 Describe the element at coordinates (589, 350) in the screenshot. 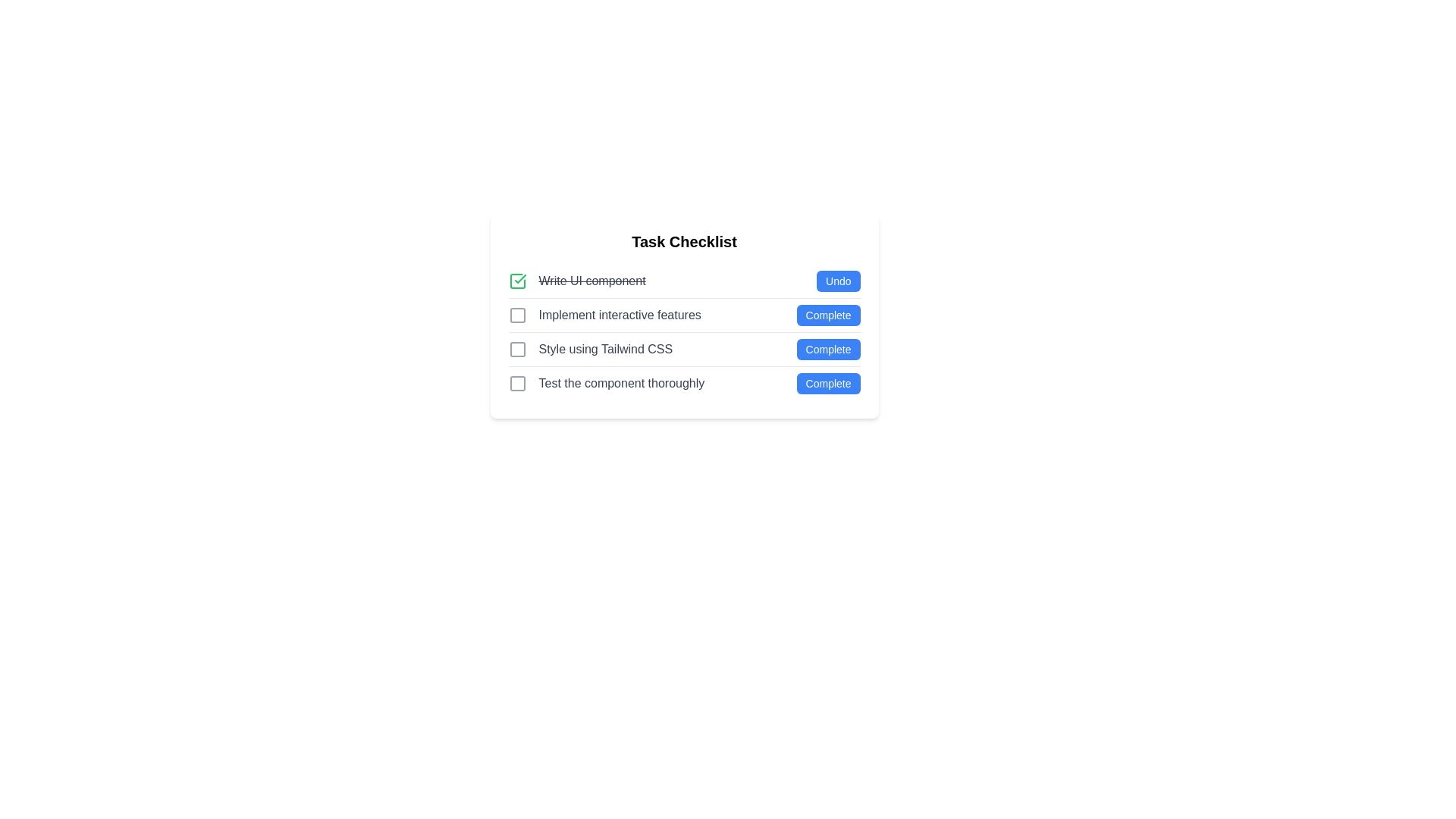

I see `the checkbox associated with the task 'Style using Tailwind CSS' to trigger potential highlighting effects` at that location.